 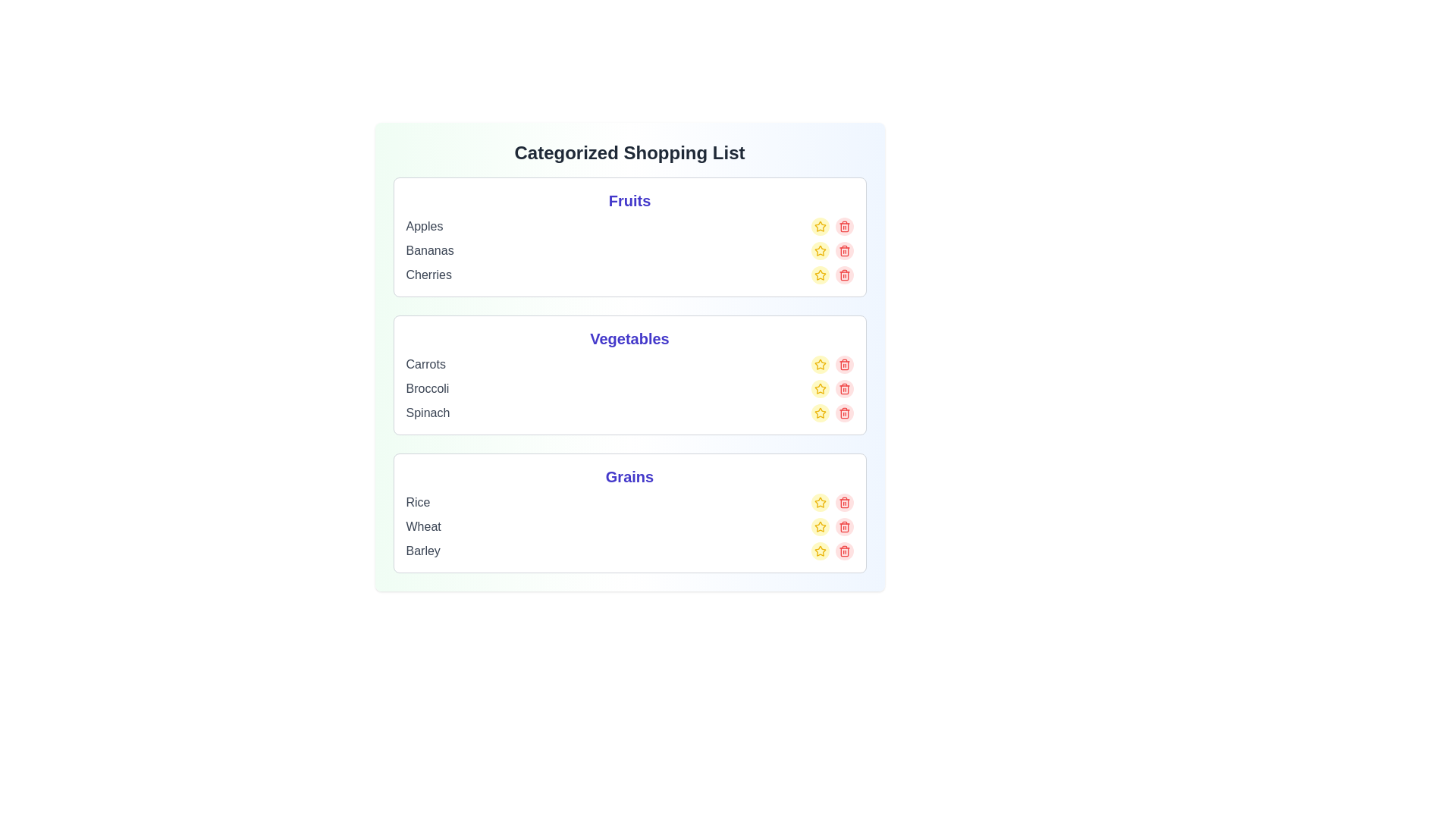 What do you see at coordinates (843, 413) in the screenshot?
I see `the delete button for the item Spinach` at bounding box center [843, 413].